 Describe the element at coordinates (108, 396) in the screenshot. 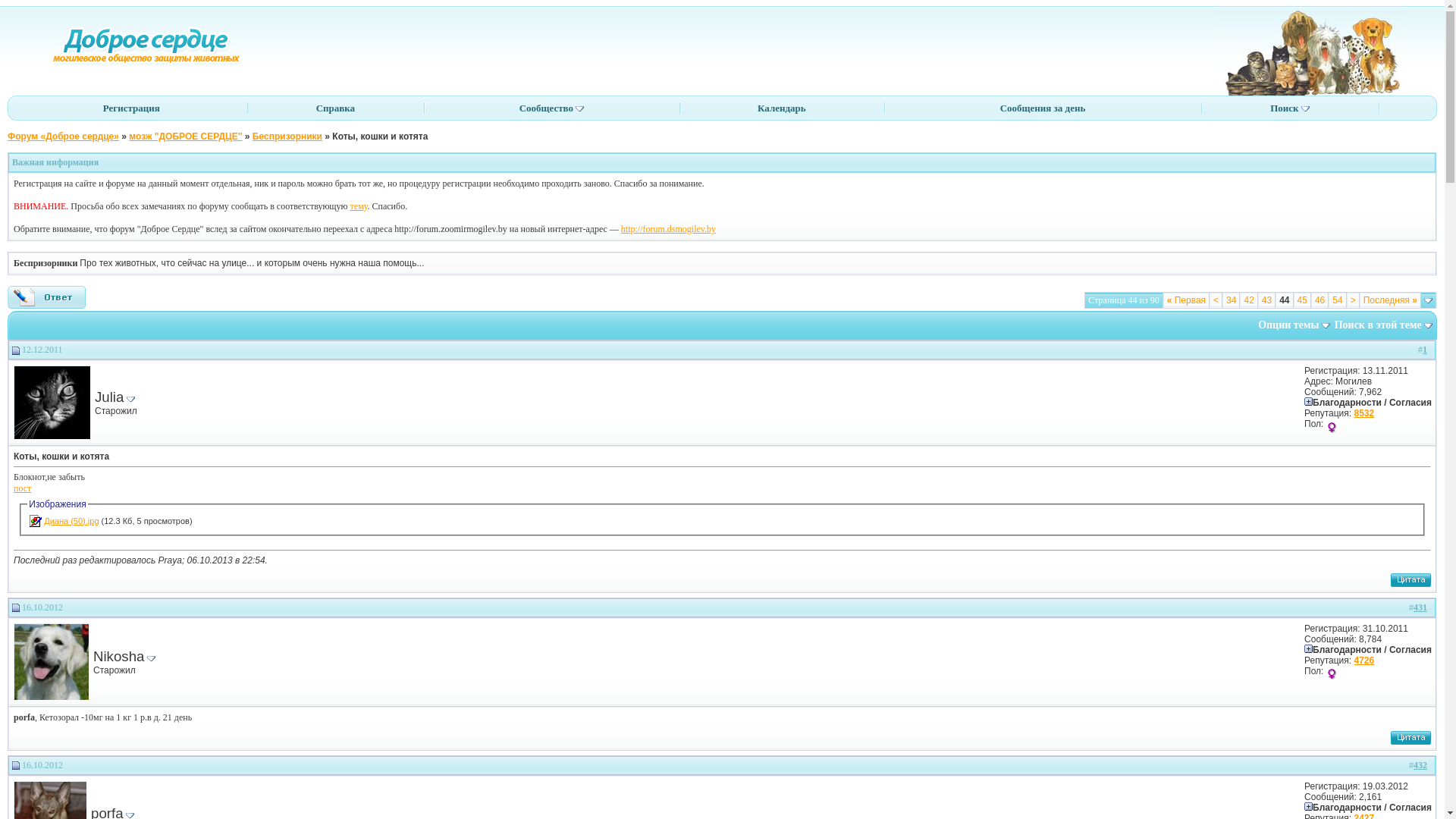

I see `'Julia'` at that location.